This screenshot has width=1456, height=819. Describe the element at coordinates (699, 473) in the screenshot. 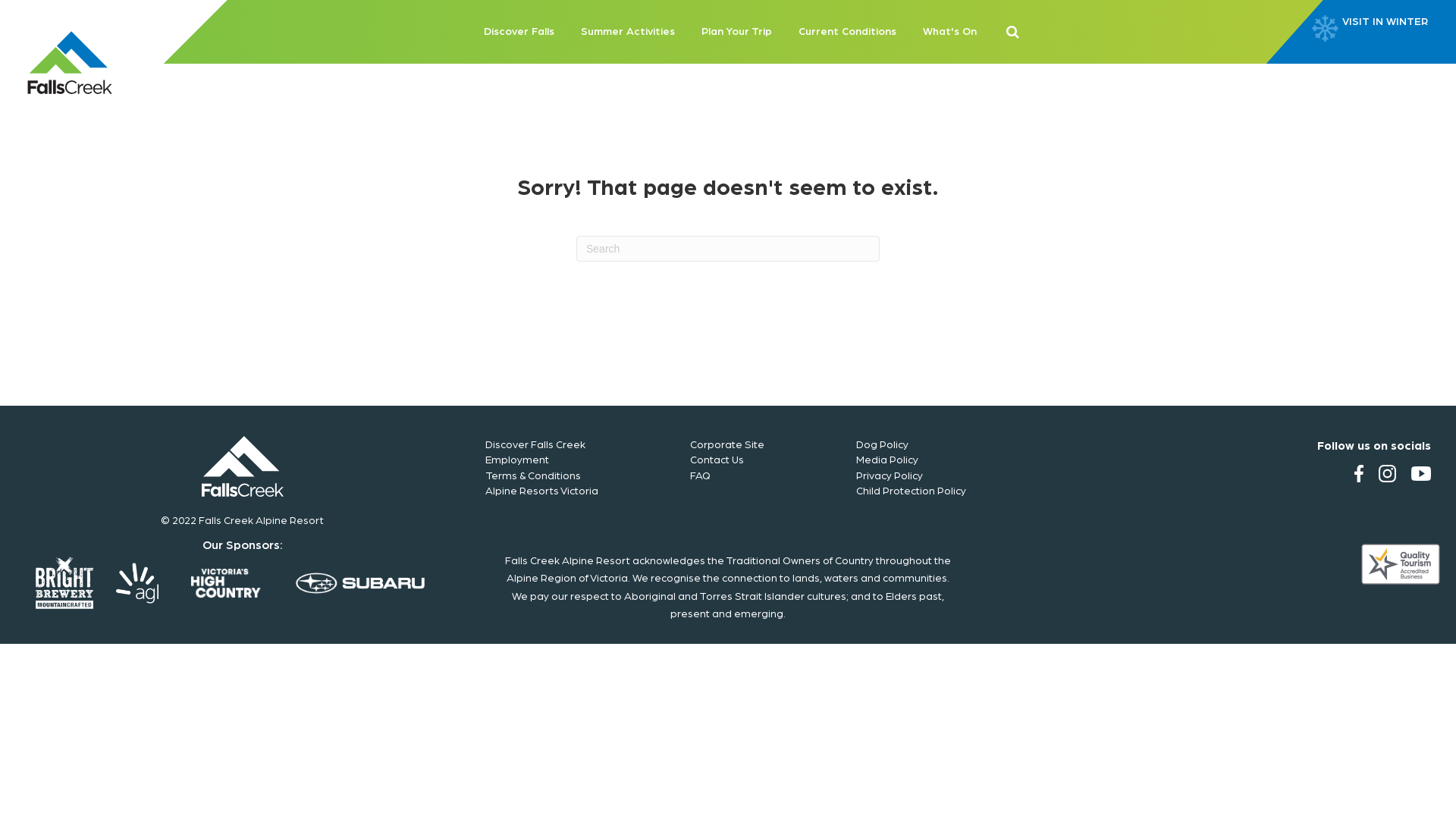

I see `'FAQ'` at that location.